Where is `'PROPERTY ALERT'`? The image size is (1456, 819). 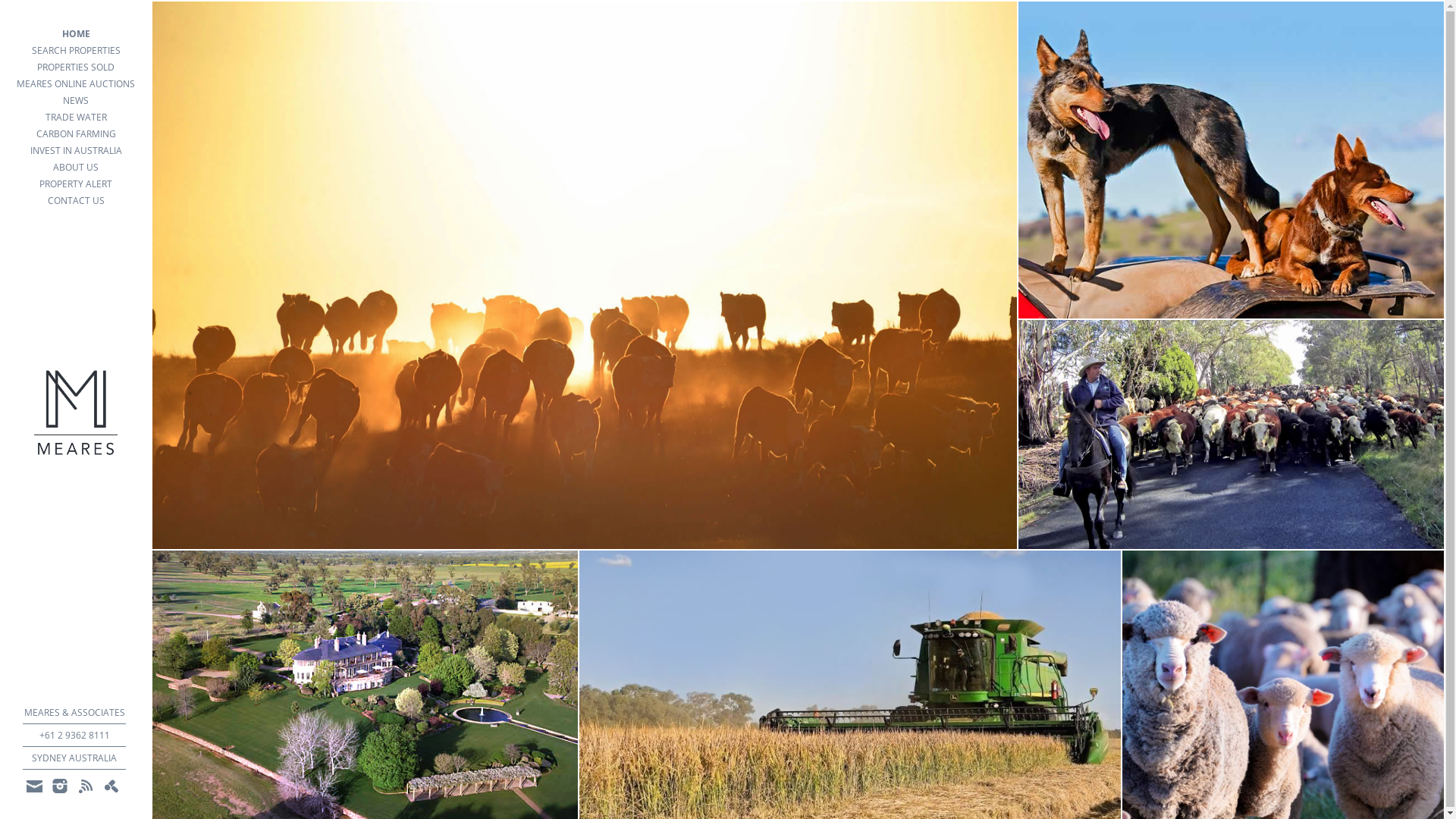 'PROPERTY ALERT' is located at coordinates (75, 184).